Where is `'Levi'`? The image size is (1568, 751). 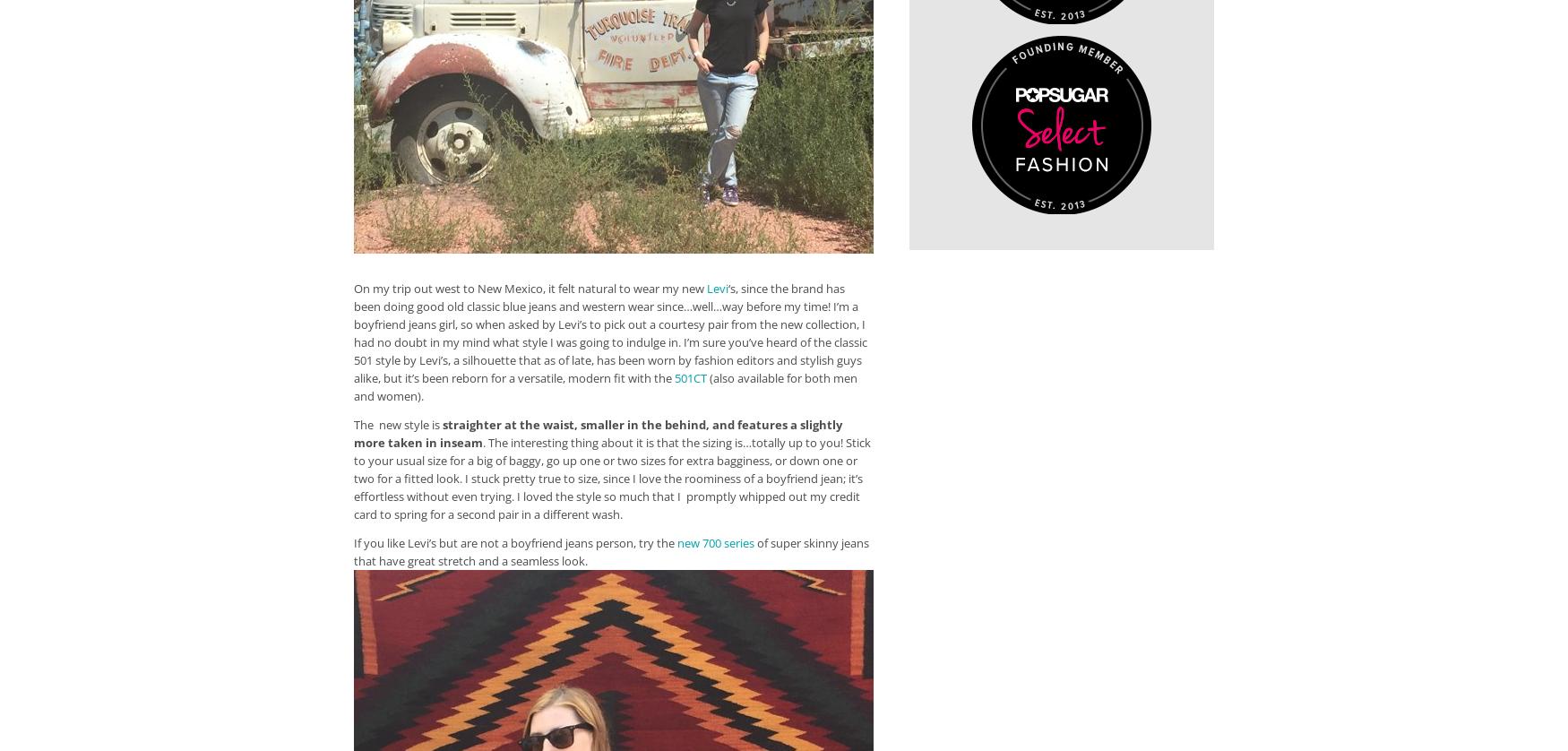
'Levi' is located at coordinates (716, 287).